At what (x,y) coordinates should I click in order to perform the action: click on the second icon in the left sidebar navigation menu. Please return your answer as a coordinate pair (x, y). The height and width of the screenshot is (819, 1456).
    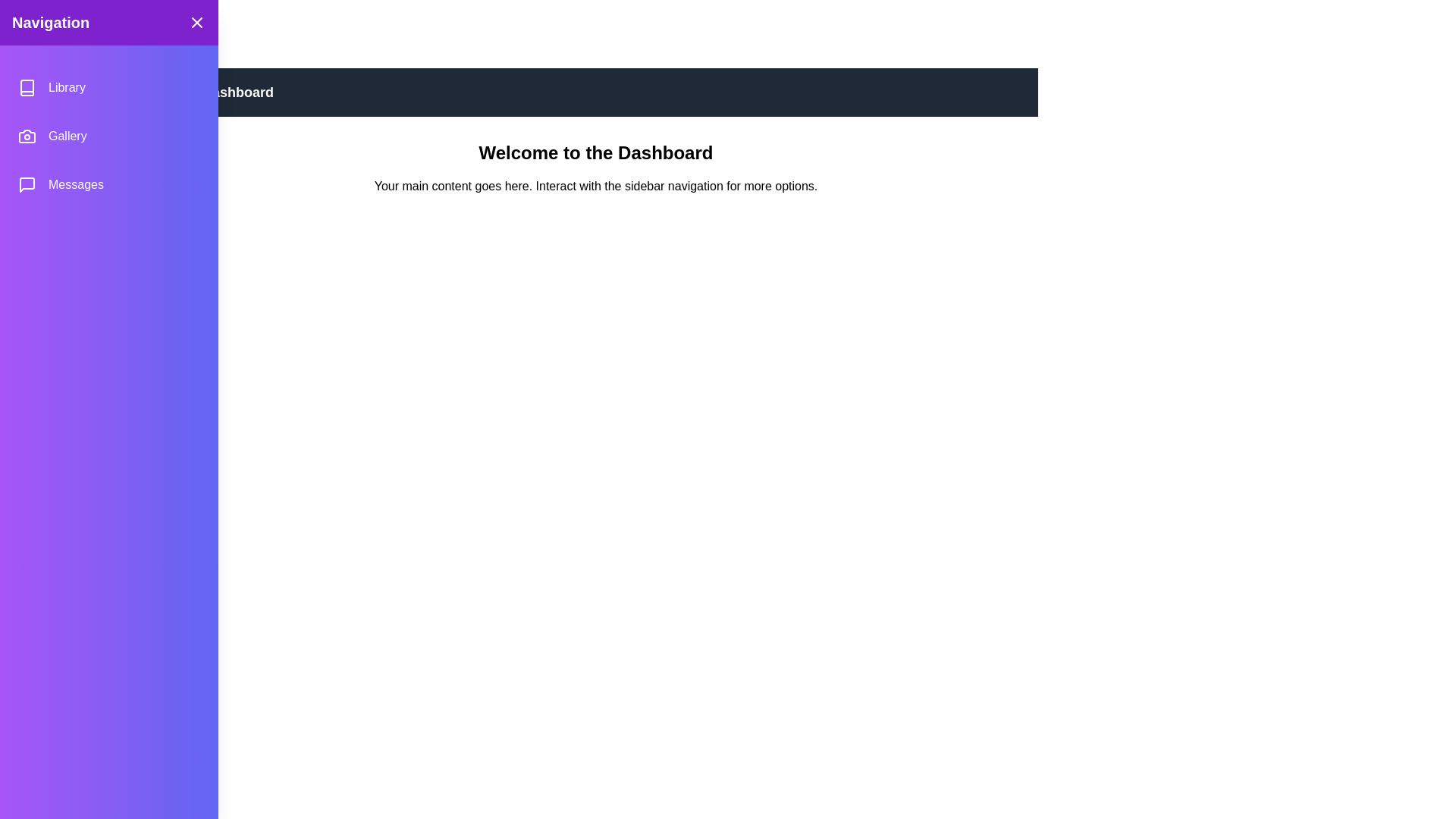
    Looking at the image, I should click on (27, 136).